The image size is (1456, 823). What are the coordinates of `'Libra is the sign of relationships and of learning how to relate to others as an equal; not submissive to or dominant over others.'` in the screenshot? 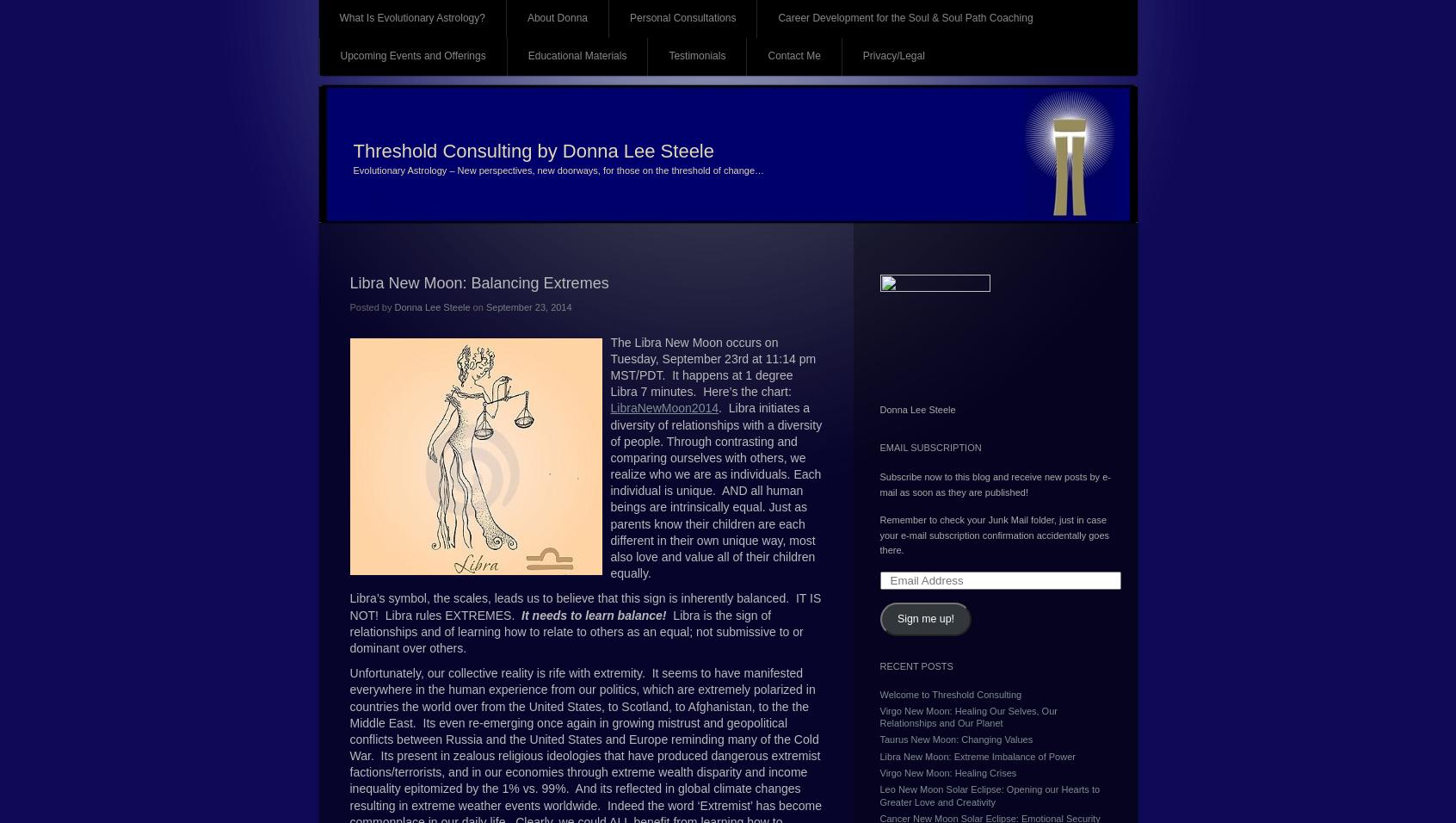 It's located at (576, 629).